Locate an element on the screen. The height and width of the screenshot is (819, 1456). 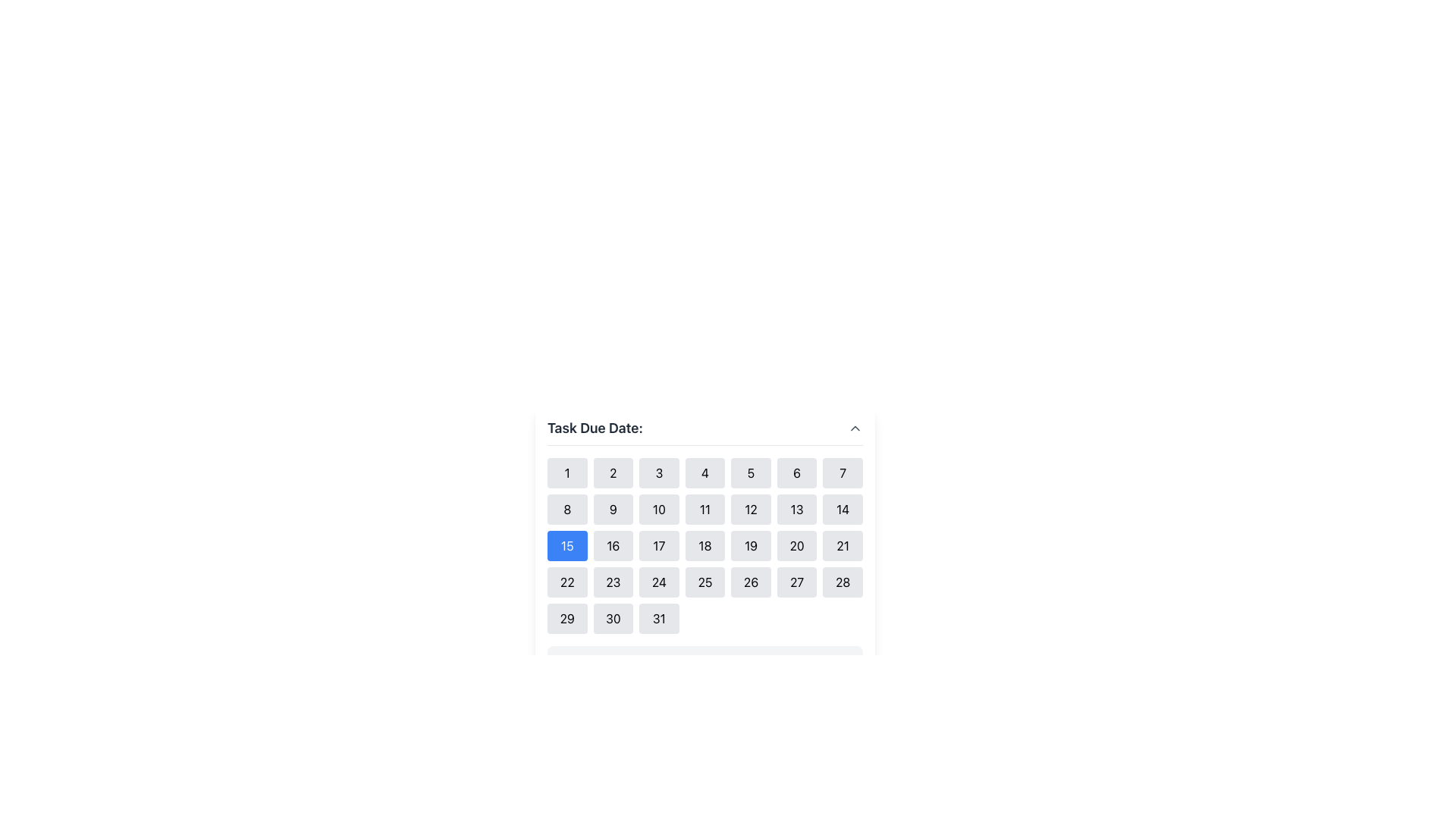
the button representing the 17th day in the calendar interface is located at coordinates (659, 546).